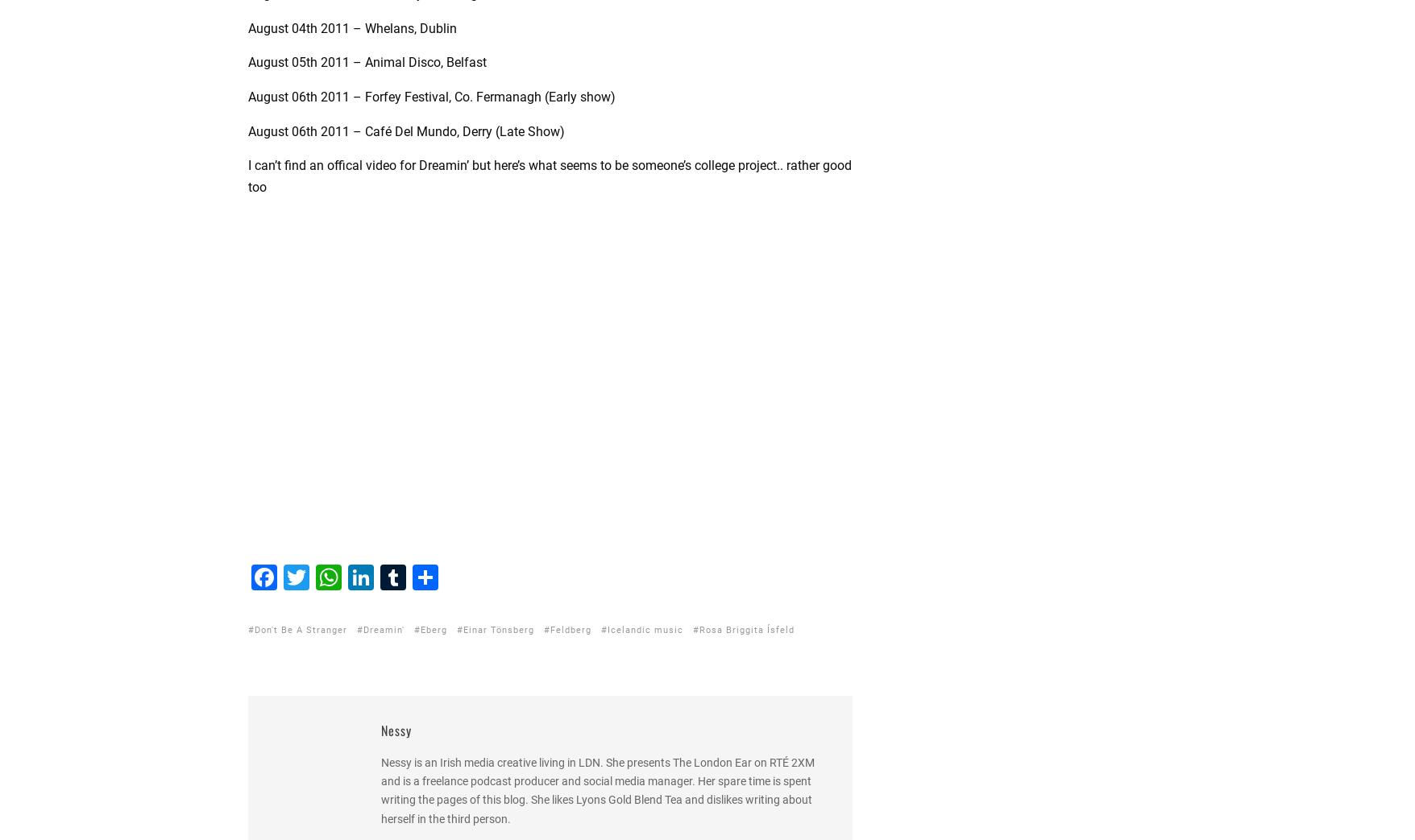 This screenshot has width=1415, height=840. What do you see at coordinates (367, 62) in the screenshot?
I see `'August 05th 2011 – Animal Disco, Belfast'` at bounding box center [367, 62].